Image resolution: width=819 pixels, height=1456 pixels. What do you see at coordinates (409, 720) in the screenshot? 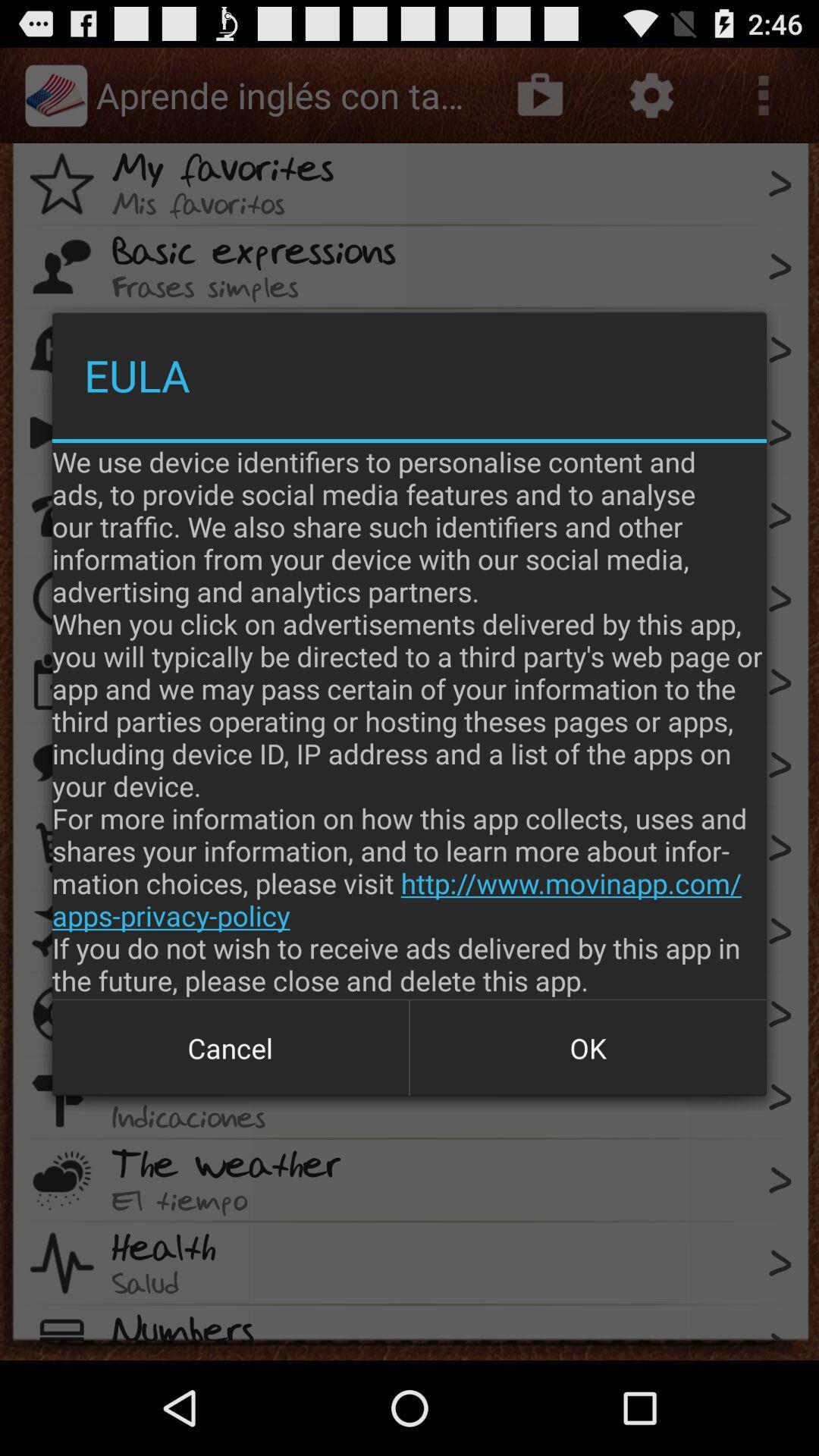
I see `we use device item` at bounding box center [409, 720].